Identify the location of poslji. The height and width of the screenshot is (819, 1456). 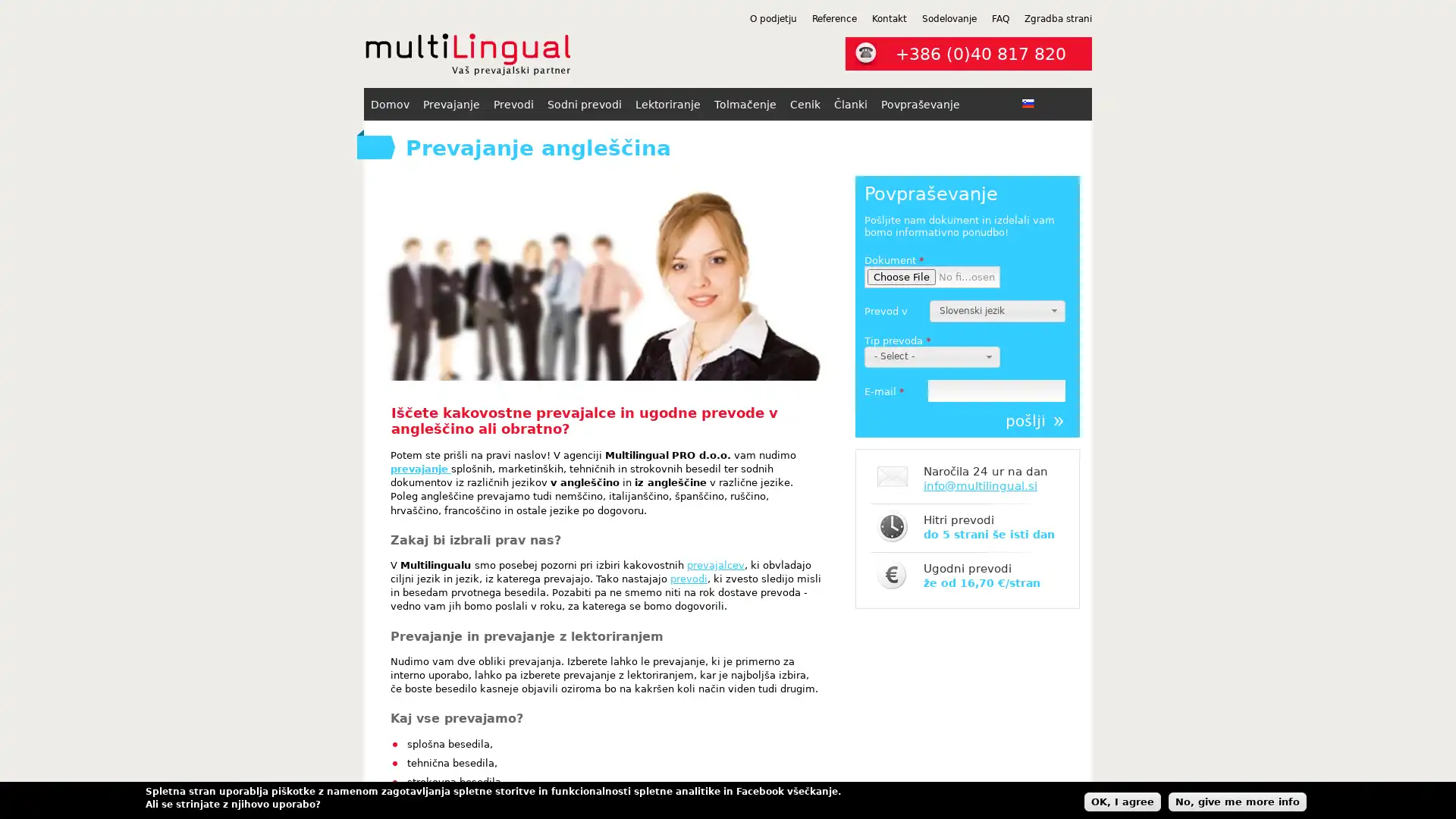
(1034, 421).